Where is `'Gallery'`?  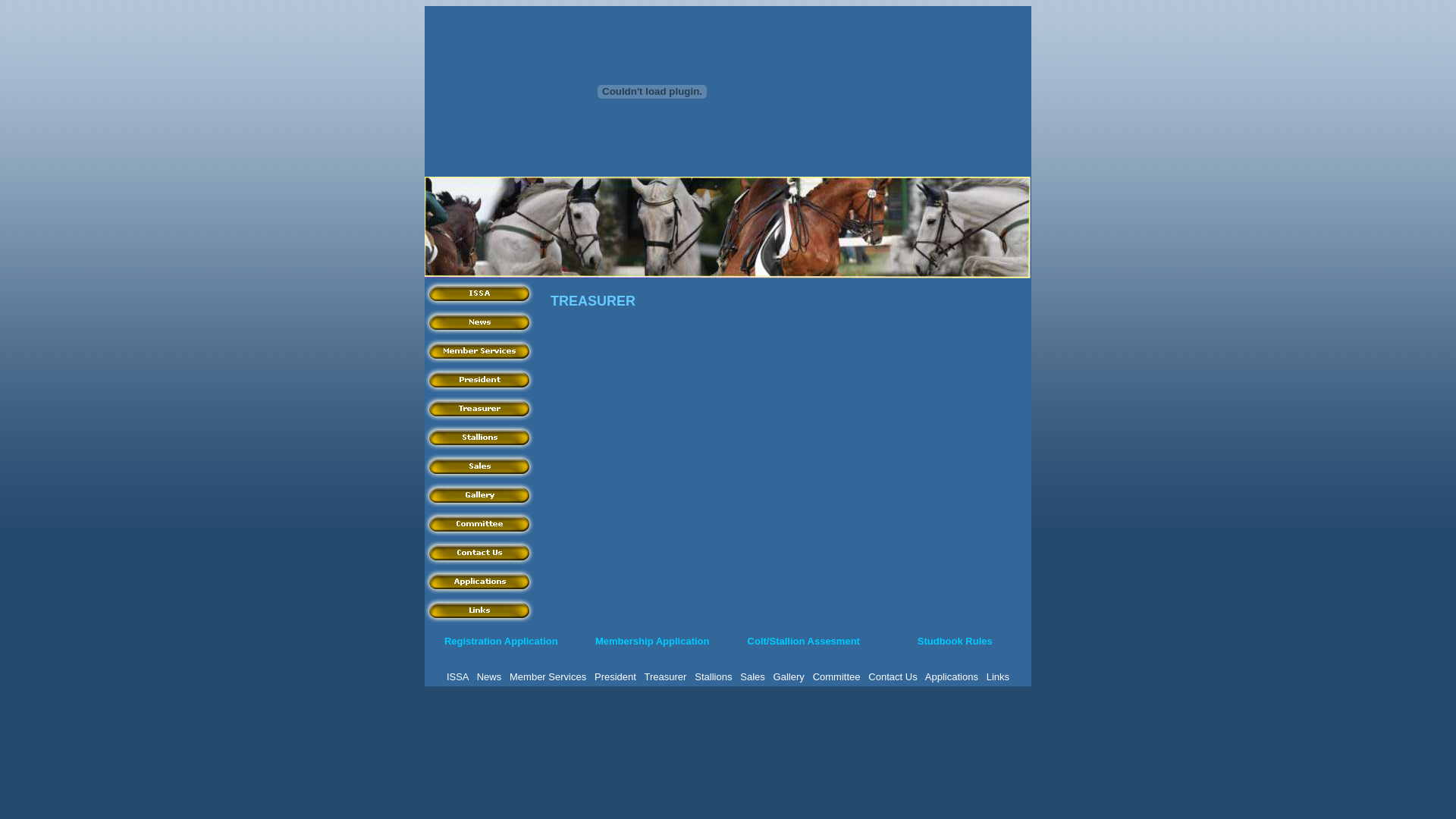
'Gallery' is located at coordinates (479, 494).